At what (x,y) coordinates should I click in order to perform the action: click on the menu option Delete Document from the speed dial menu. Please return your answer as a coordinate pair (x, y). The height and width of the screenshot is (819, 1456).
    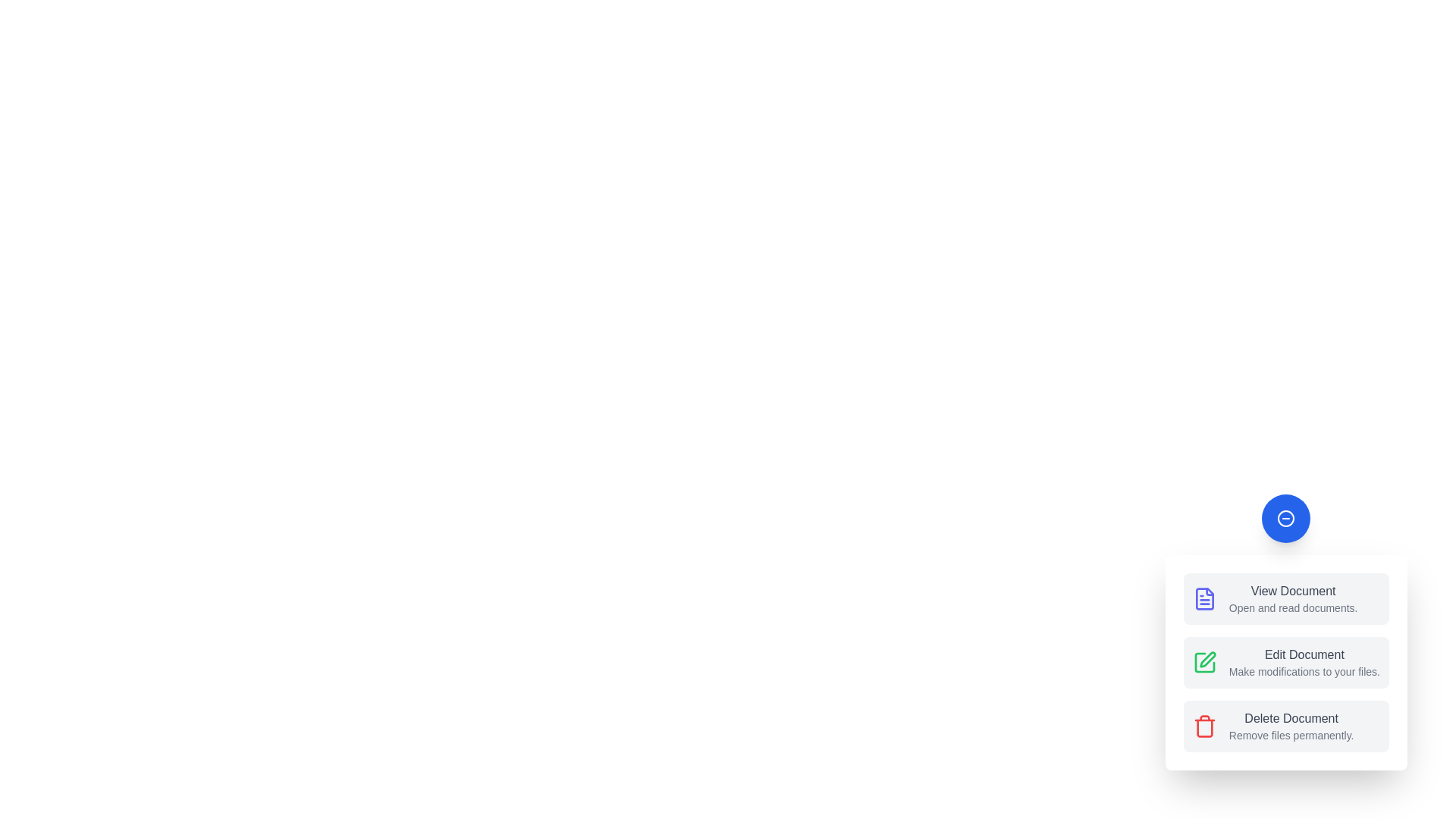
    Looking at the image, I should click on (1285, 725).